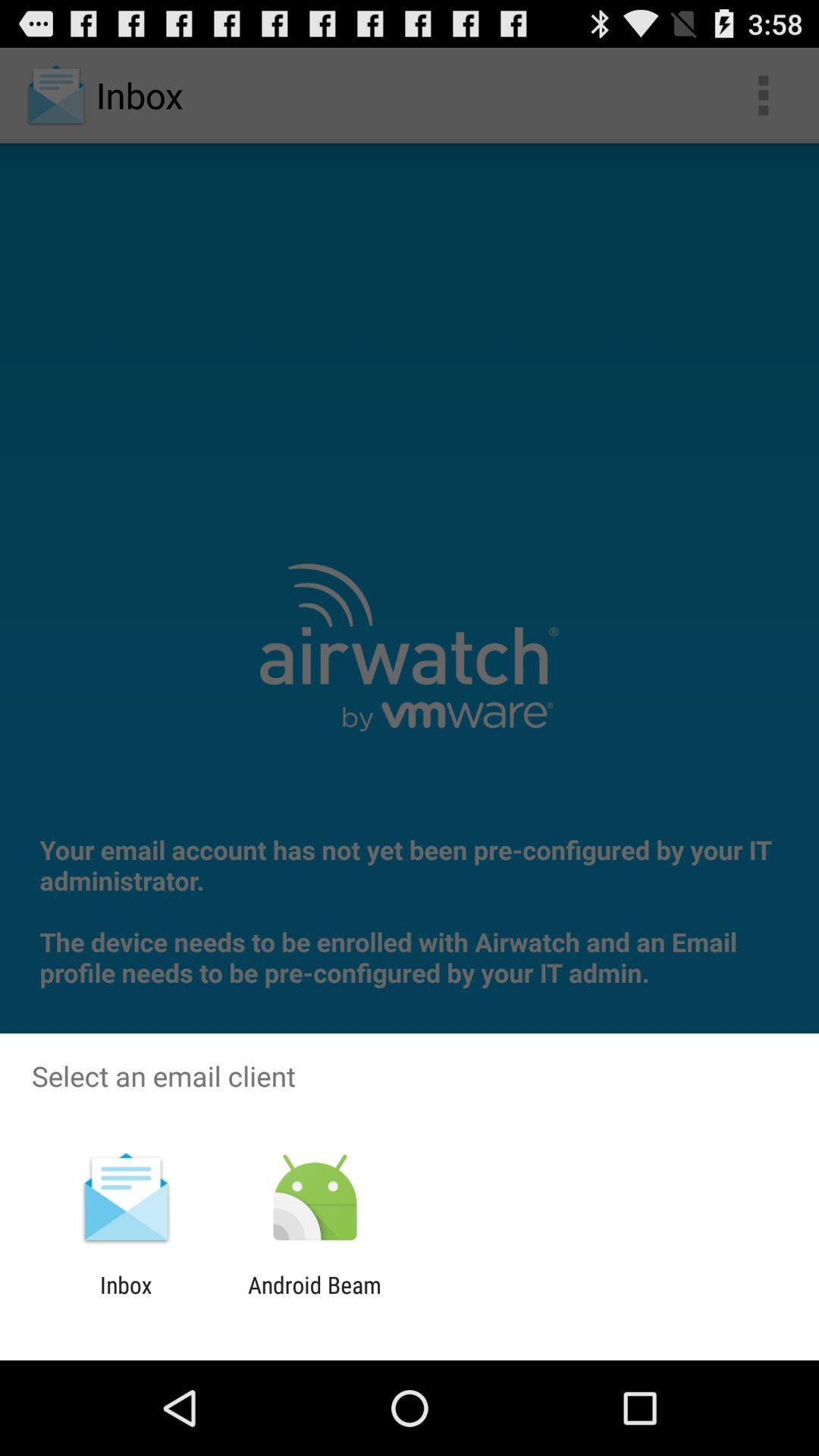  What do you see at coordinates (125, 1298) in the screenshot?
I see `inbox icon` at bounding box center [125, 1298].